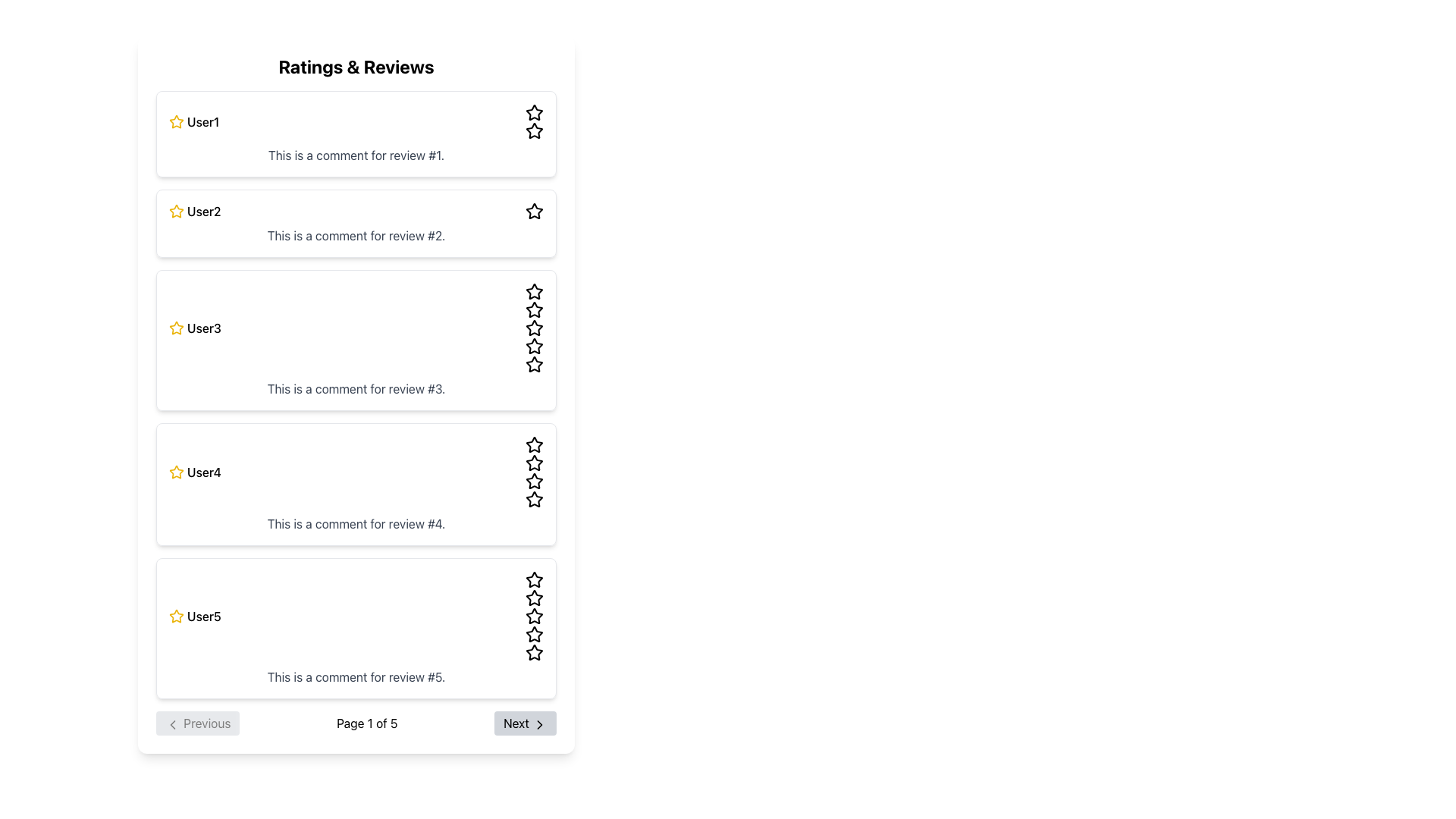 Image resolution: width=1456 pixels, height=819 pixels. I want to click on the second star-shaped icon in the vertical stack of stars for user 'User5' in the fifth review card, so click(535, 598).